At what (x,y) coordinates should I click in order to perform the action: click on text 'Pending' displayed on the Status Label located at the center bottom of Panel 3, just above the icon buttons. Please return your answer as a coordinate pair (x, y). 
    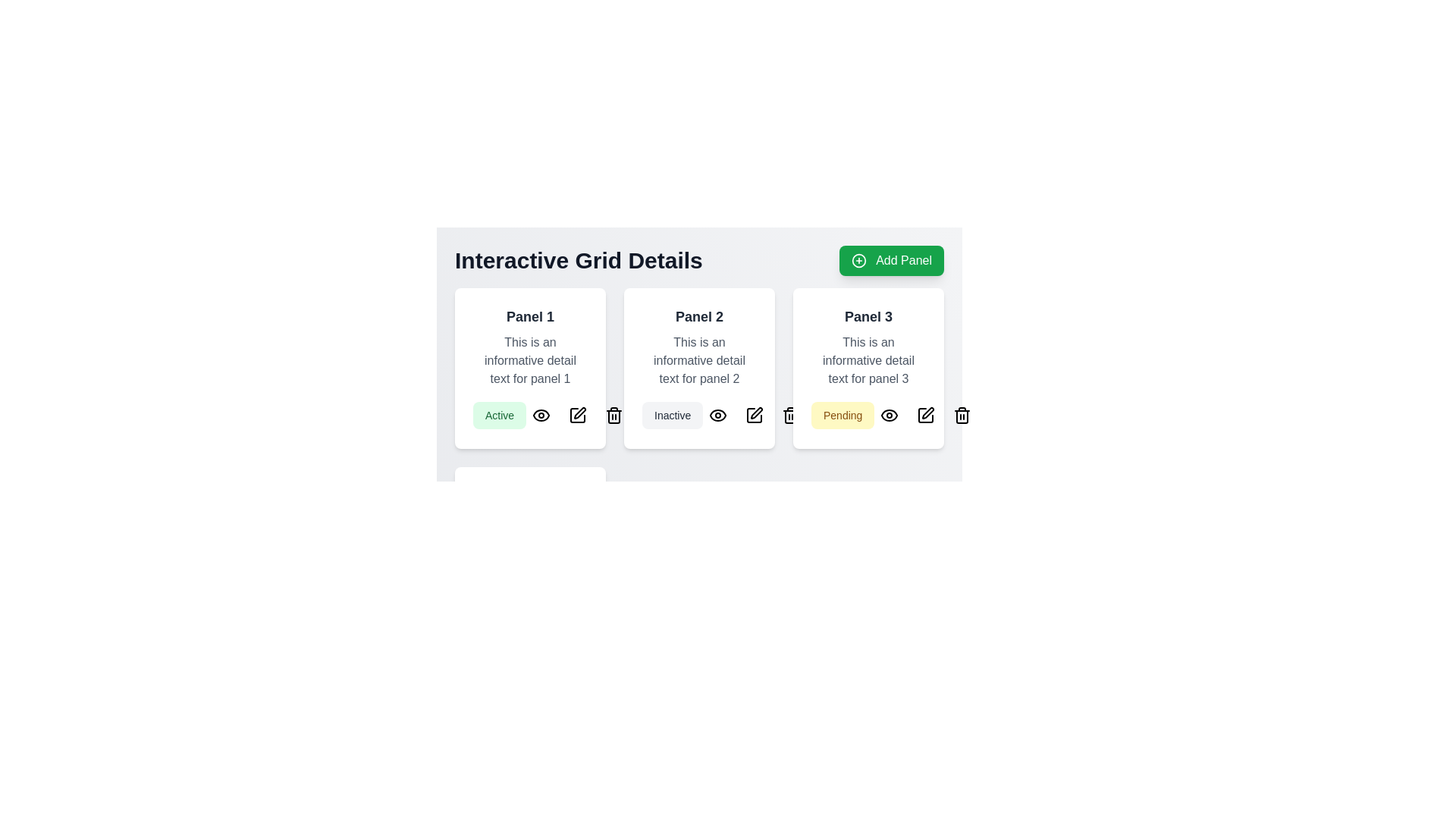
    Looking at the image, I should click on (842, 415).